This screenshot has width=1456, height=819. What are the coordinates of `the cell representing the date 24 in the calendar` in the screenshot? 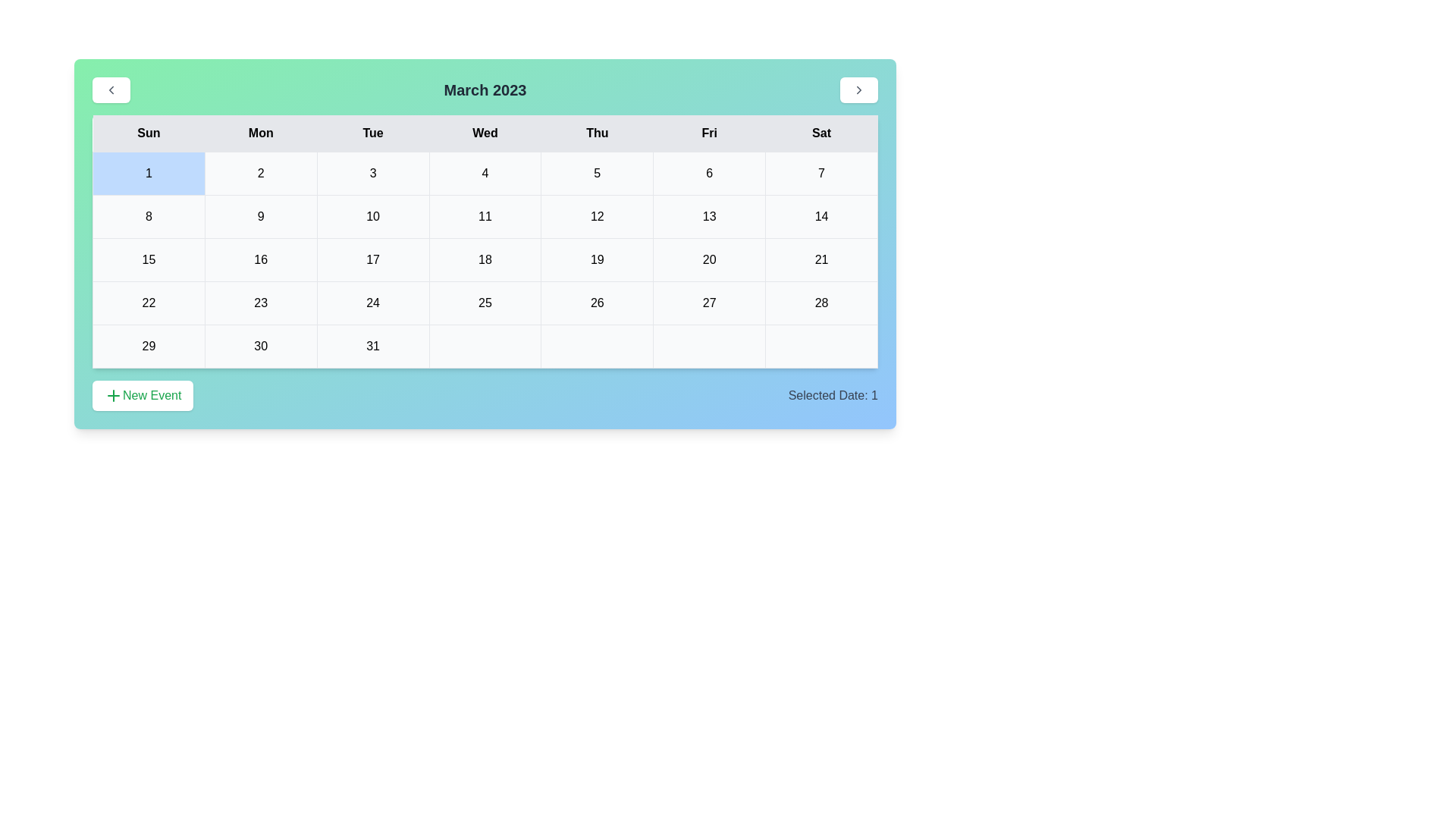 It's located at (372, 303).